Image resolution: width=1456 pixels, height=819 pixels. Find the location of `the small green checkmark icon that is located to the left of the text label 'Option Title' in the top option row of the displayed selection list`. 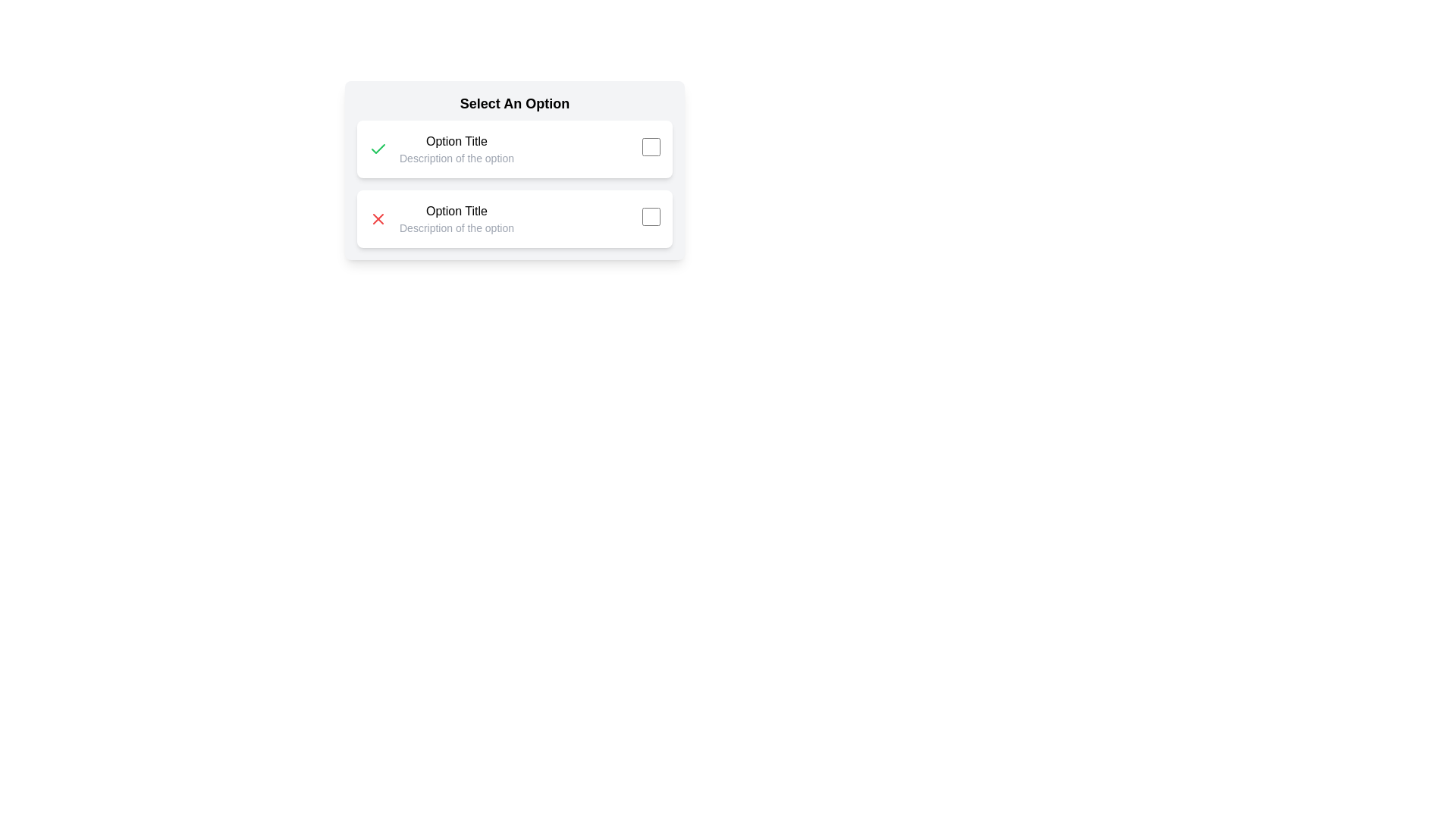

the small green checkmark icon that is located to the left of the text label 'Option Title' in the top option row of the displayed selection list is located at coordinates (378, 149).